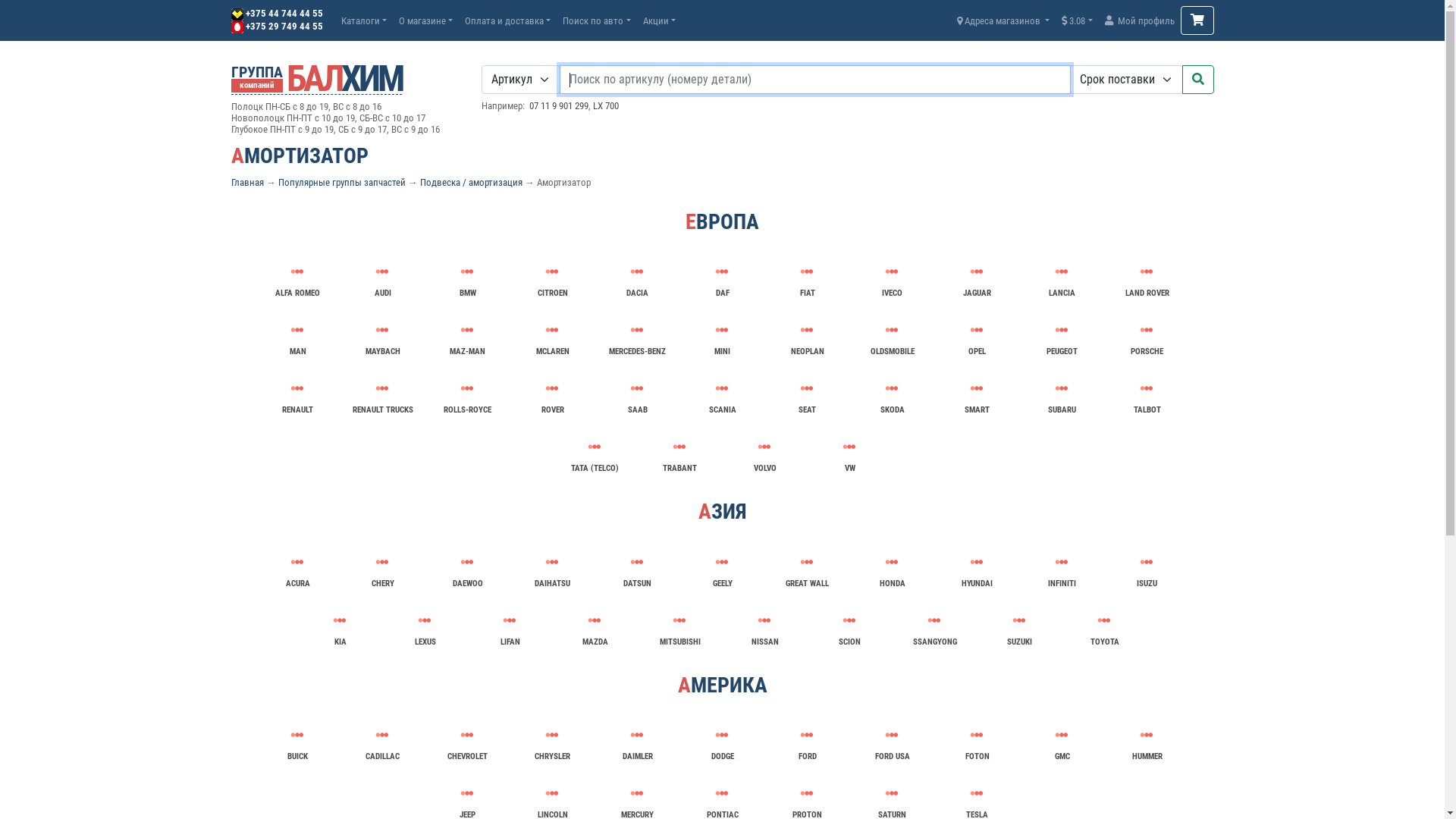 Image resolution: width=1456 pixels, height=819 pixels. What do you see at coordinates (297, 567) in the screenshot?
I see `'ACURA'` at bounding box center [297, 567].